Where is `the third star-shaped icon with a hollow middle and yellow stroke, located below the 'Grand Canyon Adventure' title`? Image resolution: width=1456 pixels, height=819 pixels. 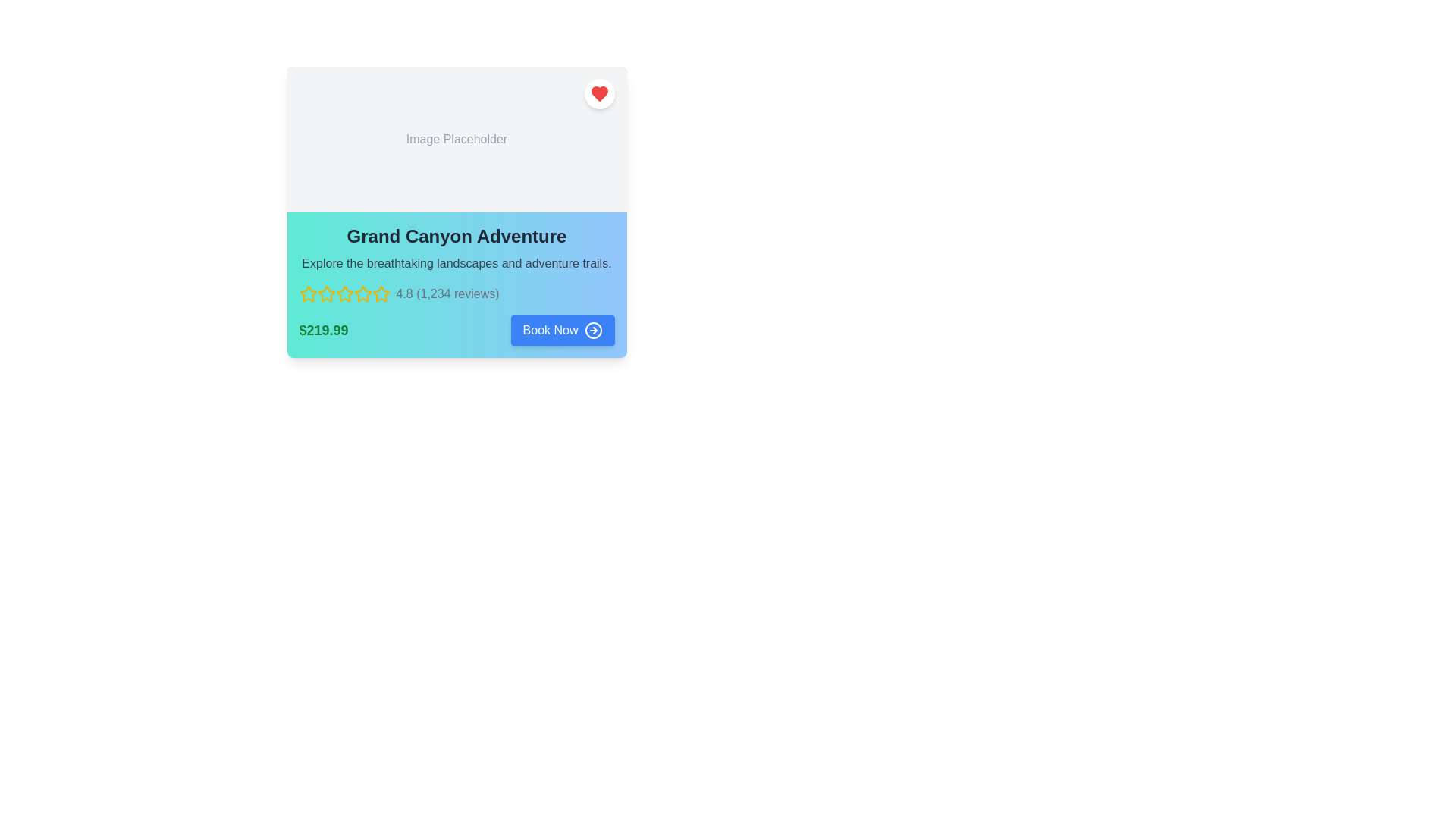
the third star-shaped icon with a hollow middle and yellow stroke, located below the 'Grand Canyon Adventure' title is located at coordinates (325, 294).